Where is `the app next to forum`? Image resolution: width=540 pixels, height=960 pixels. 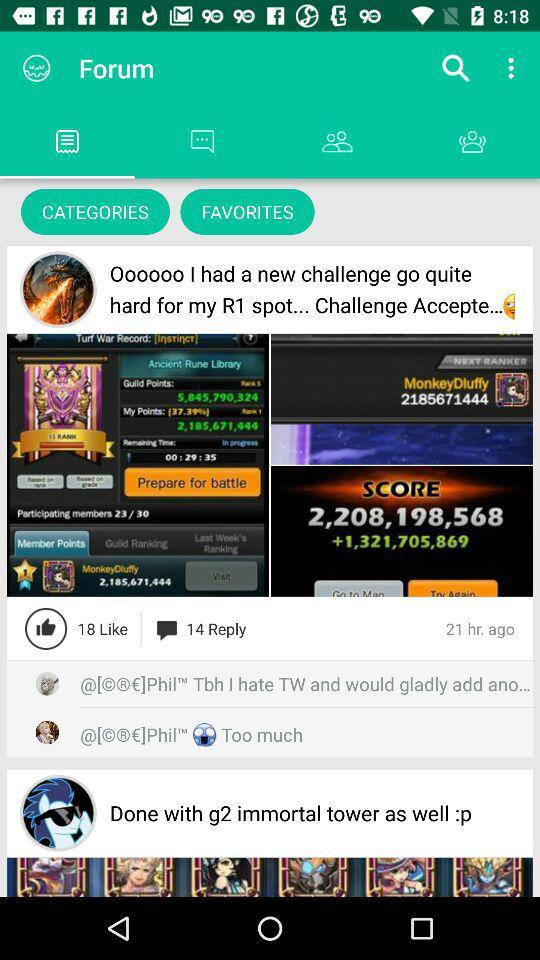 the app next to forum is located at coordinates (455, 68).